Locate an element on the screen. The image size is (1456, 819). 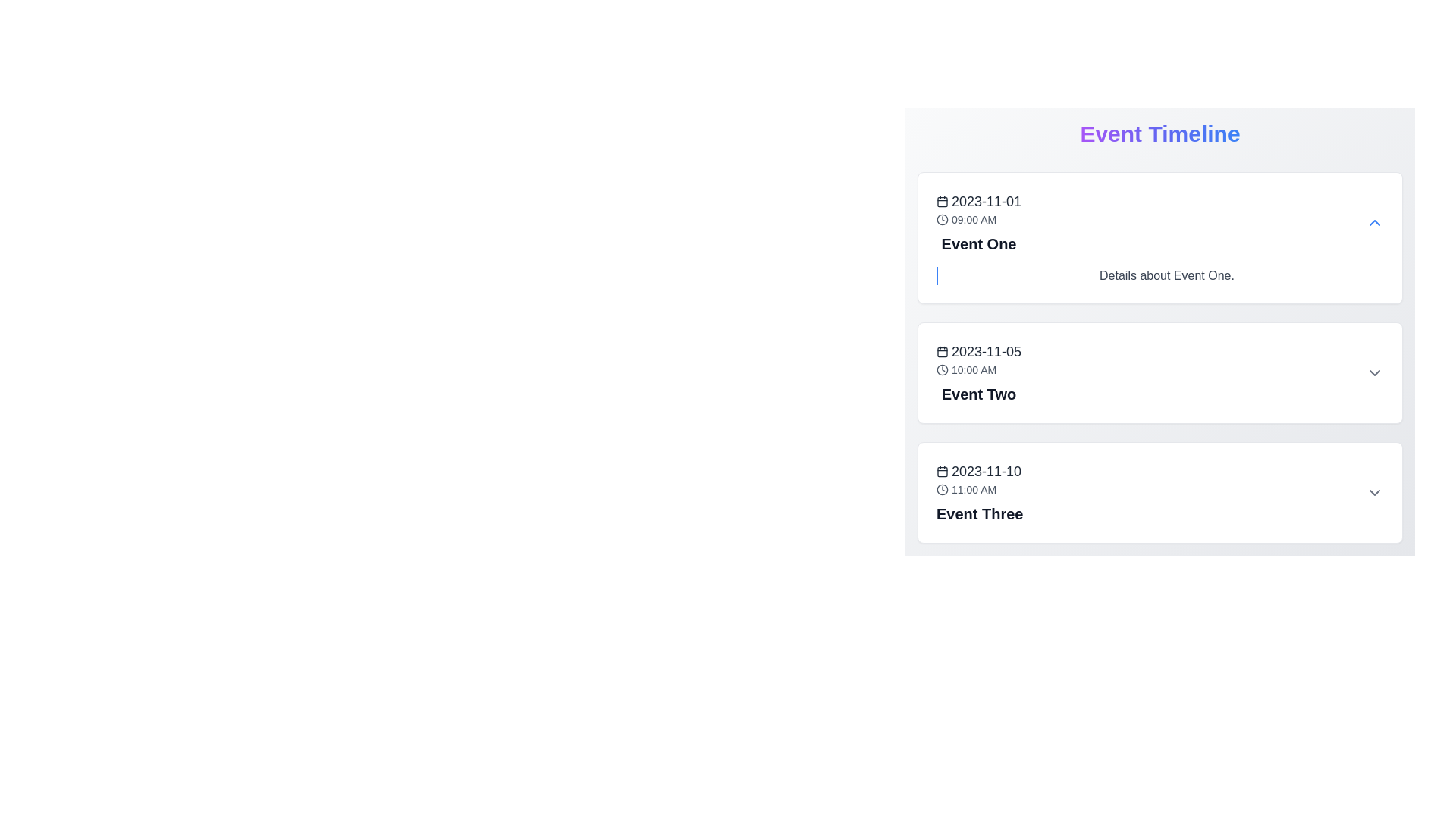
the bold text label displaying 'Event One' in a large font size, located in the first event section of the 'Event Timeline', below the date and time '2023-11-01' and '09:00 AM' is located at coordinates (979, 243).